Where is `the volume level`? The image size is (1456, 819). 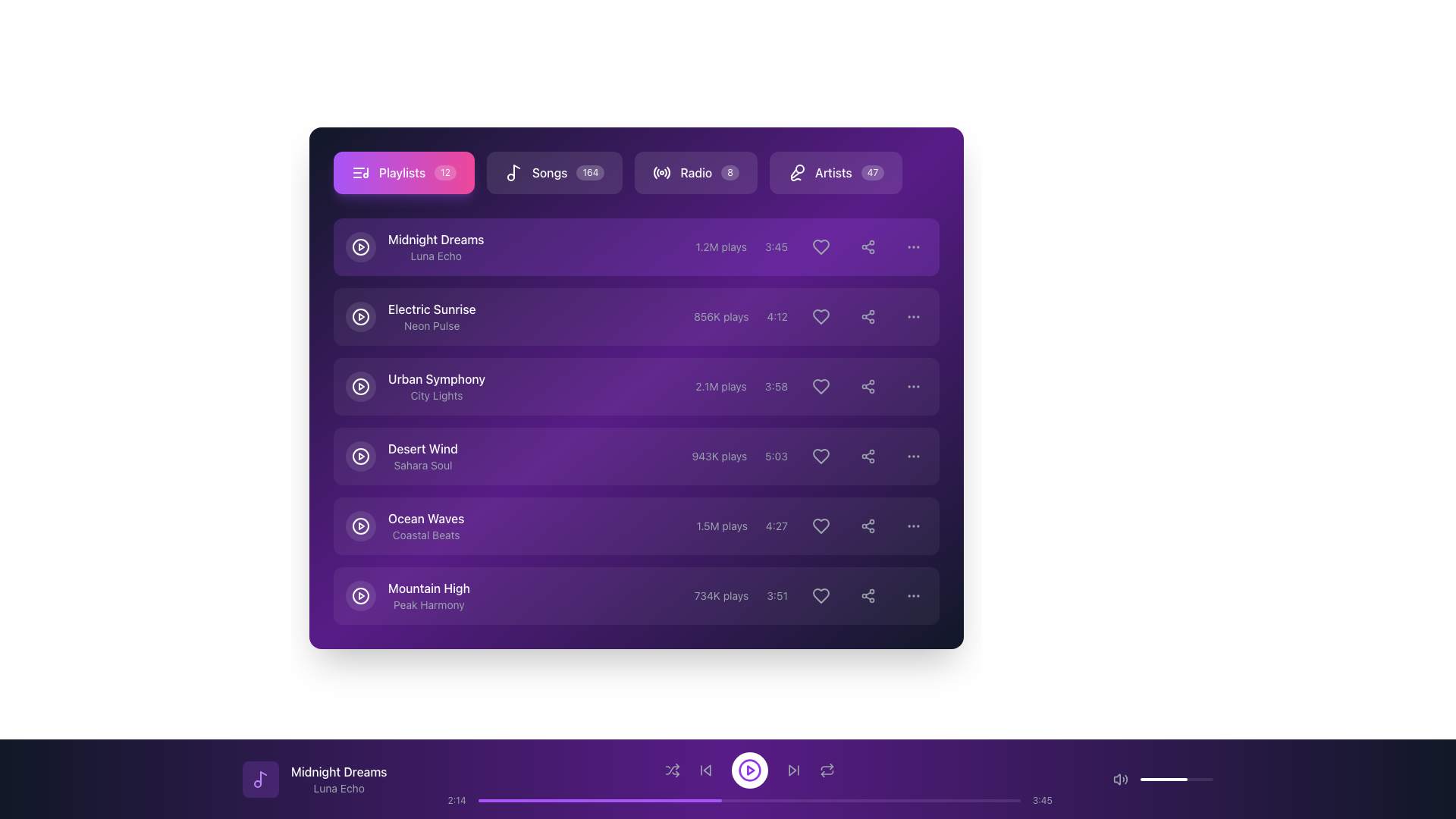
the volume level is located at coordinates (1172, 780).